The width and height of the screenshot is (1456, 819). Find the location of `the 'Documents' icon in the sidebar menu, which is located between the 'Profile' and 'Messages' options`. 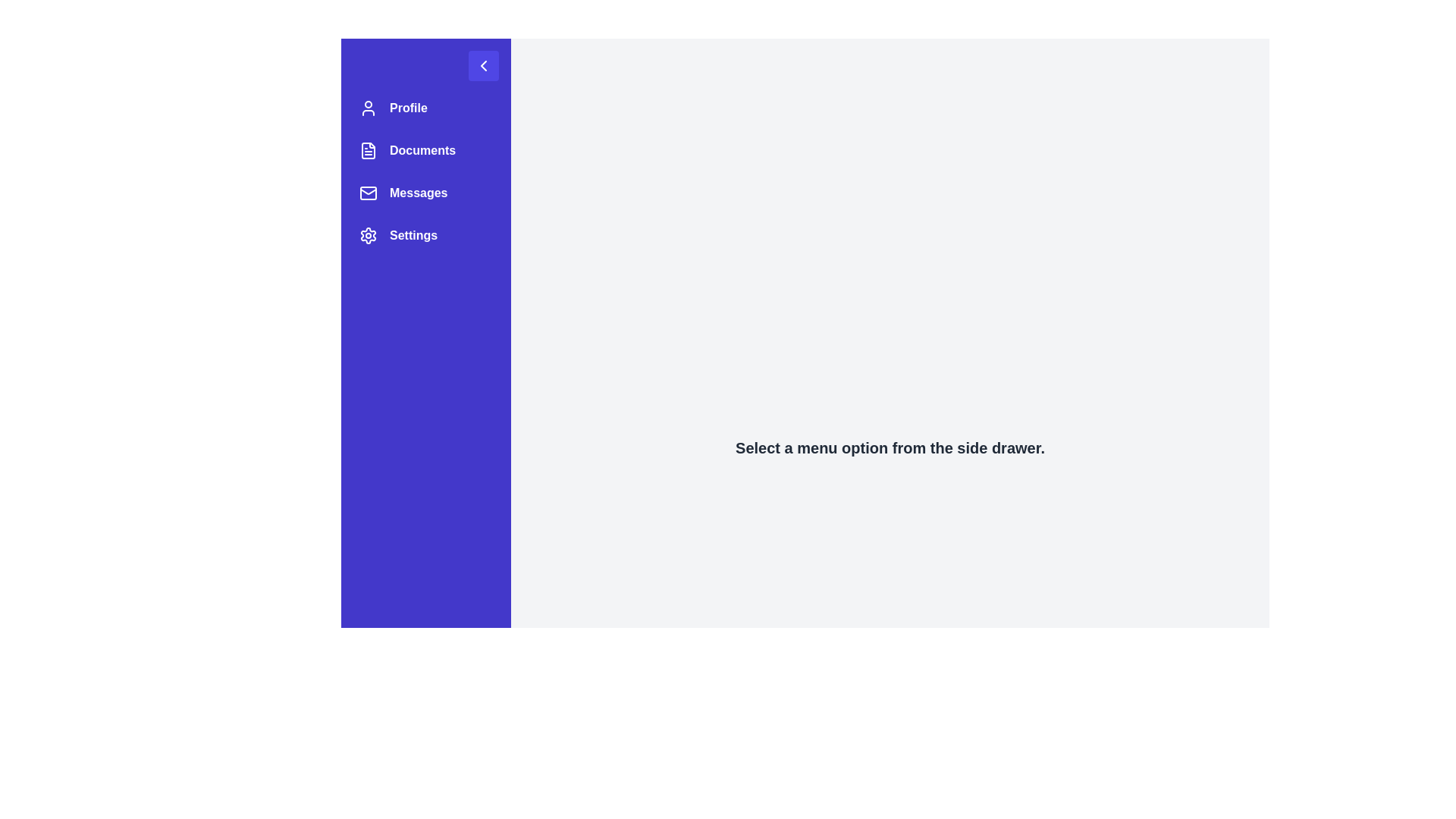

the 'Documents' icon in the sidebar menu, which is located between the 'Profile' and 'Messages' options is located at coordinates (368, 151).